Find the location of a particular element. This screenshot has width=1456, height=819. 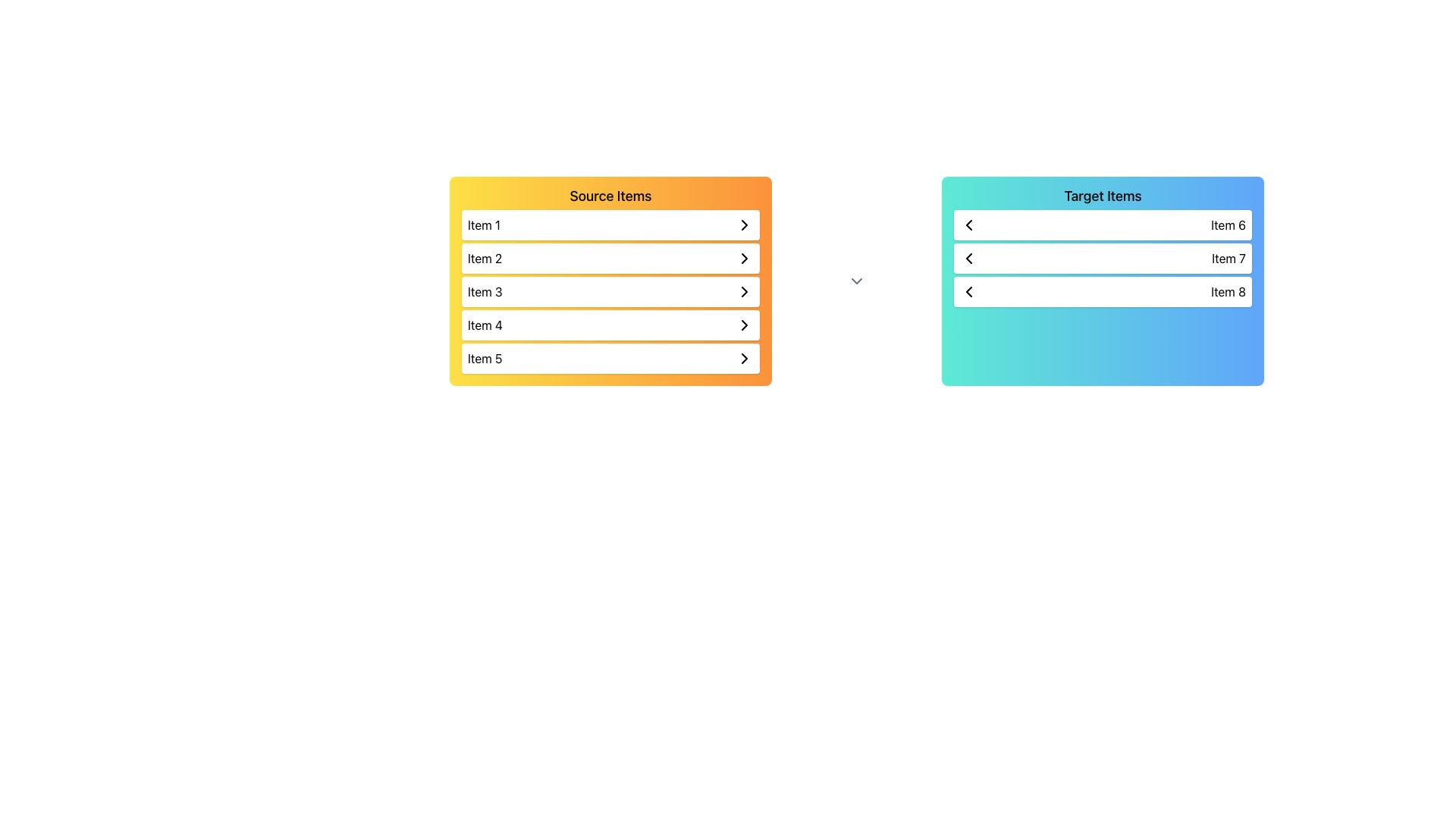

the leftward-pointing chevron icon located before the text label 'Item 8' in the third row of the 'Target Items' group is located at coordinates (968, 292).